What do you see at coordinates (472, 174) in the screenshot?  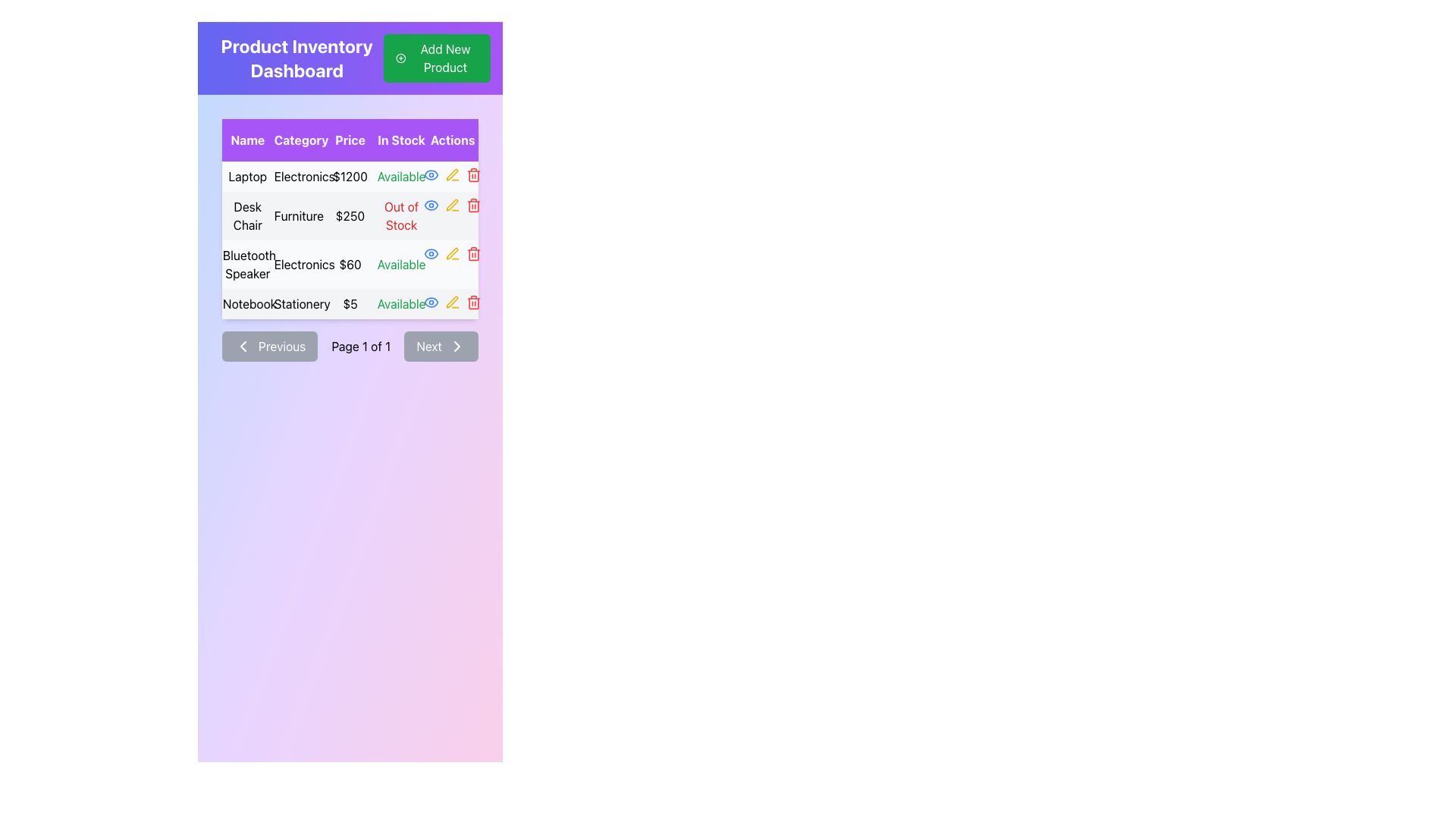 I see `the red trash can icon located` at bounding box center [472, 174].